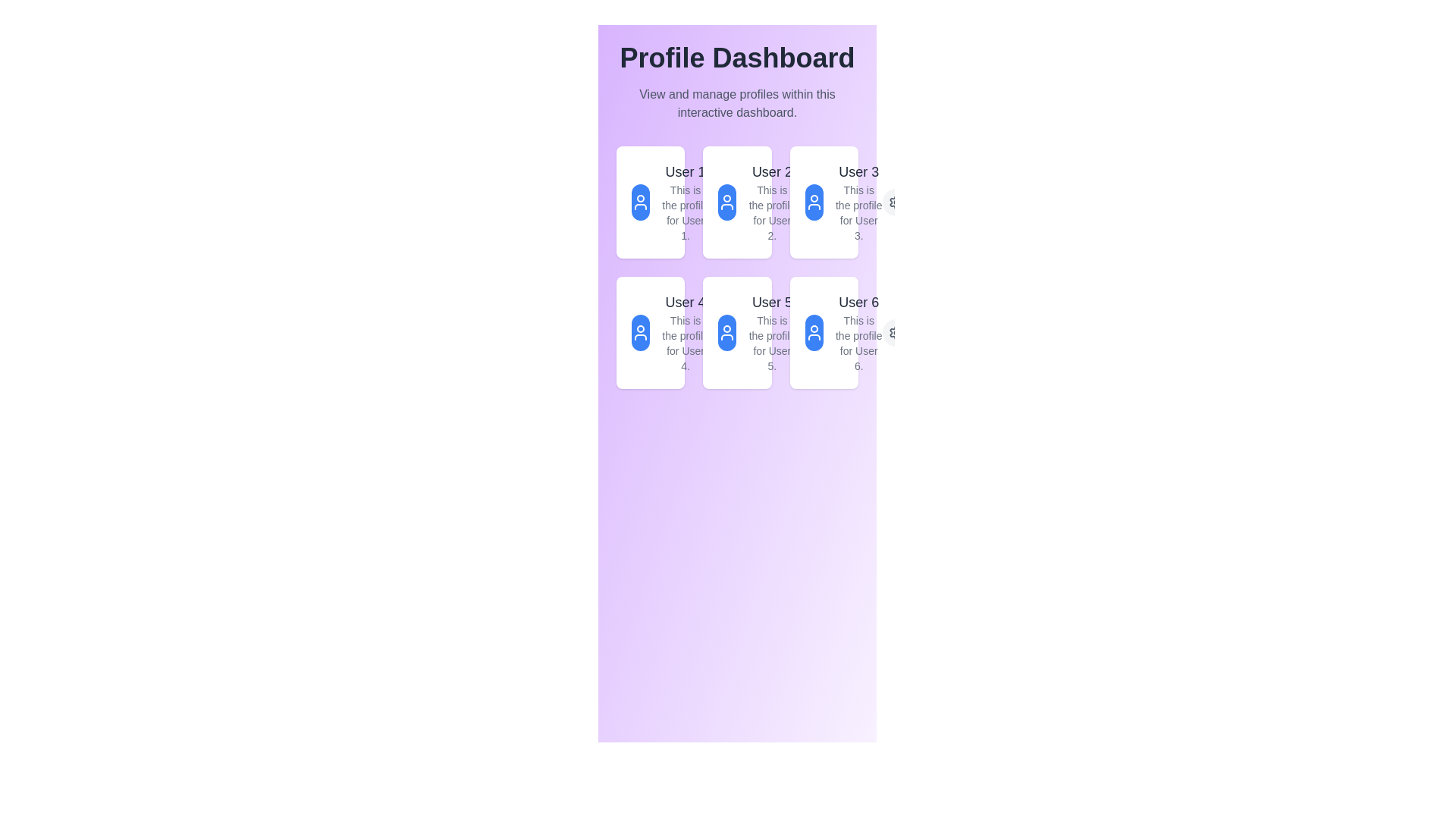  I want to click on the user profile icon representing 'User 2', so click(737, 201).